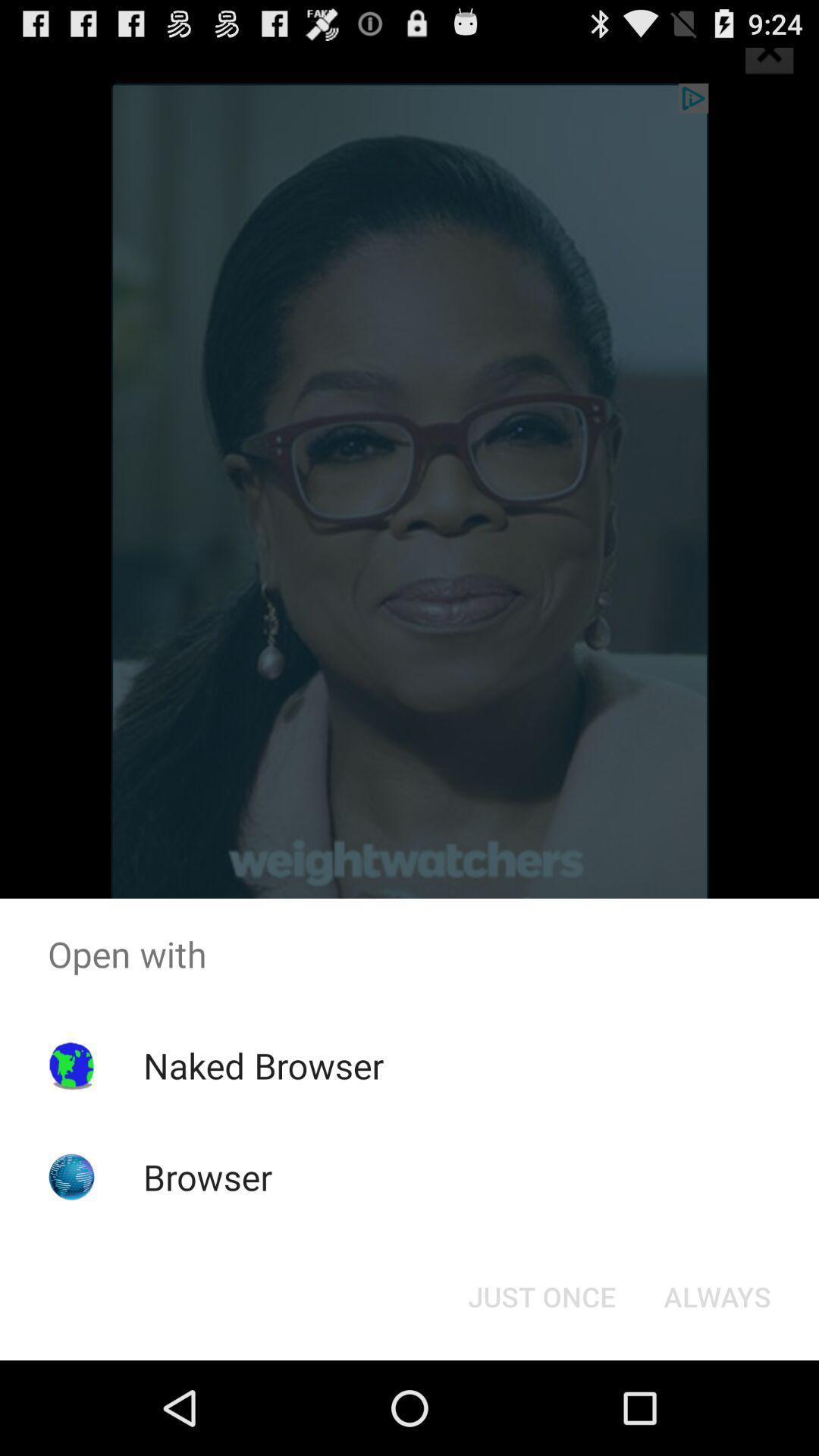  I want to click on icon next to always button, so click(541, 1295).